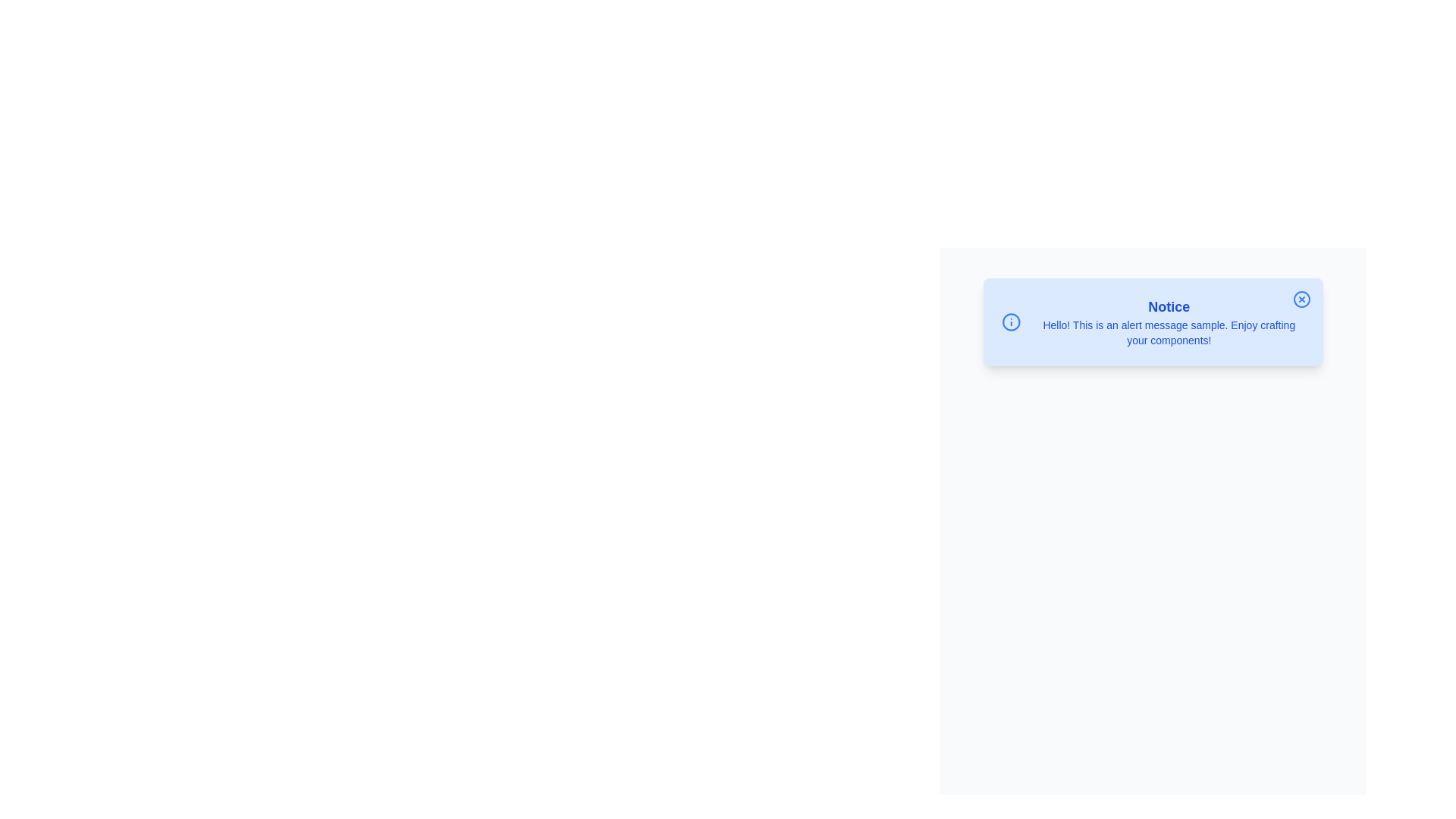  What do you see at coordinates (1301, 299) in the screenshot?
I see `the close button located in the top-right corner of the light blue alert box that contains a title labeled 'Notice'` at bounding box center [1301, 299].